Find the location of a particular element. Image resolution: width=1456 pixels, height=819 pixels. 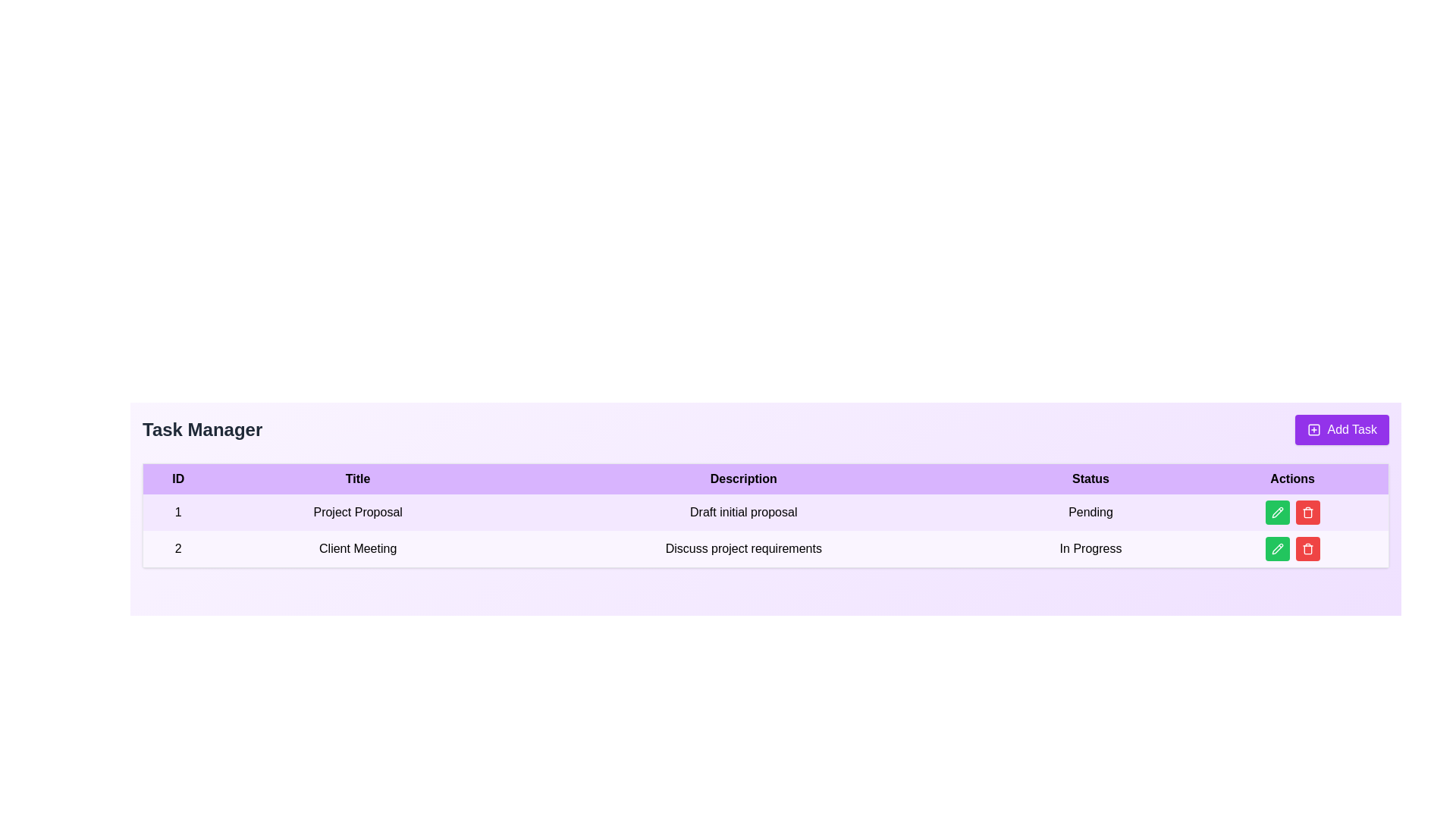

the header cell labeled 'Title' which is located in the second column of the table header, styled with bold text on a light purple background is located at coordinates (357, 479).